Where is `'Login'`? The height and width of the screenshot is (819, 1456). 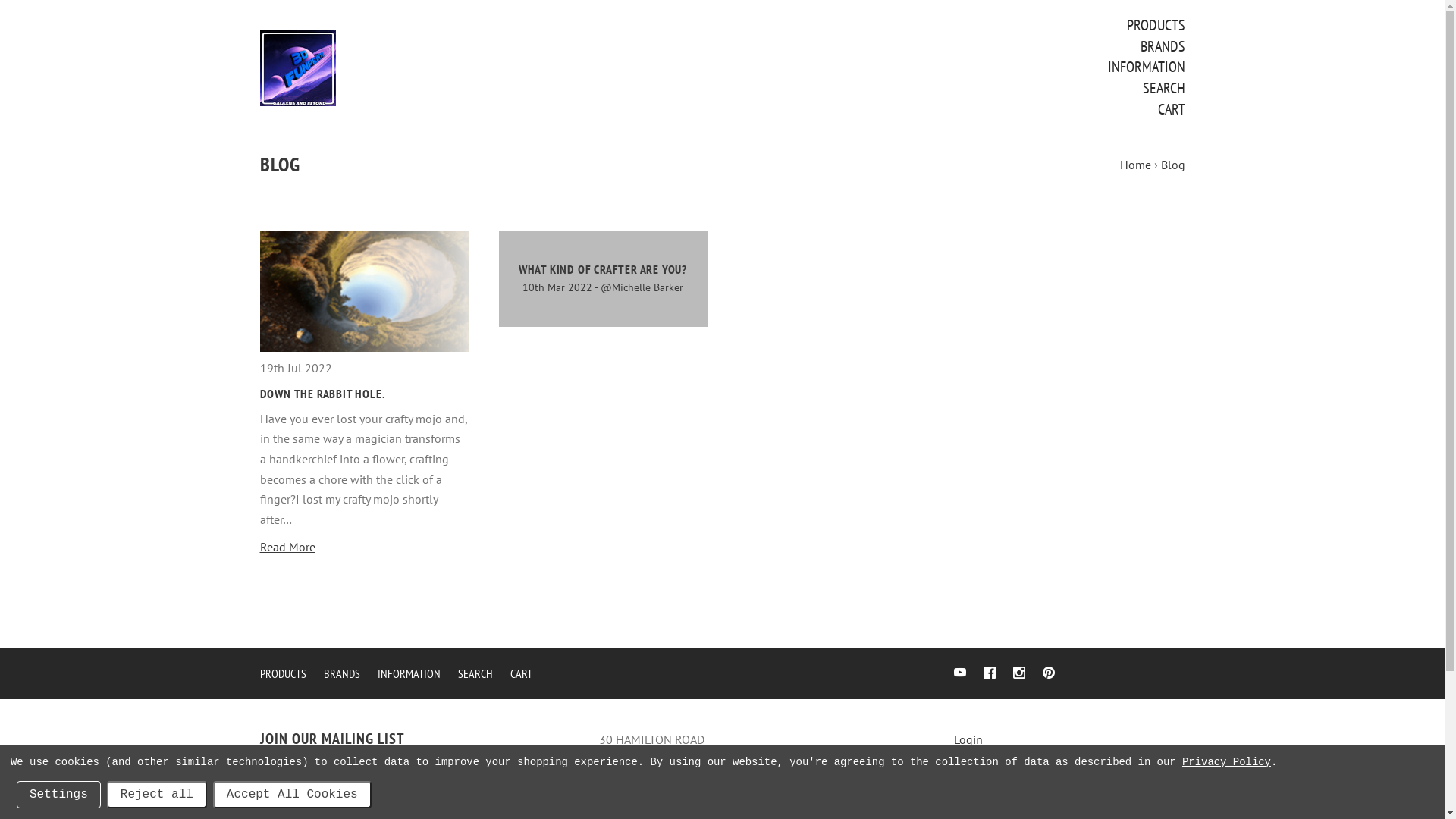
'Login' is located at coordinates (952, 739).